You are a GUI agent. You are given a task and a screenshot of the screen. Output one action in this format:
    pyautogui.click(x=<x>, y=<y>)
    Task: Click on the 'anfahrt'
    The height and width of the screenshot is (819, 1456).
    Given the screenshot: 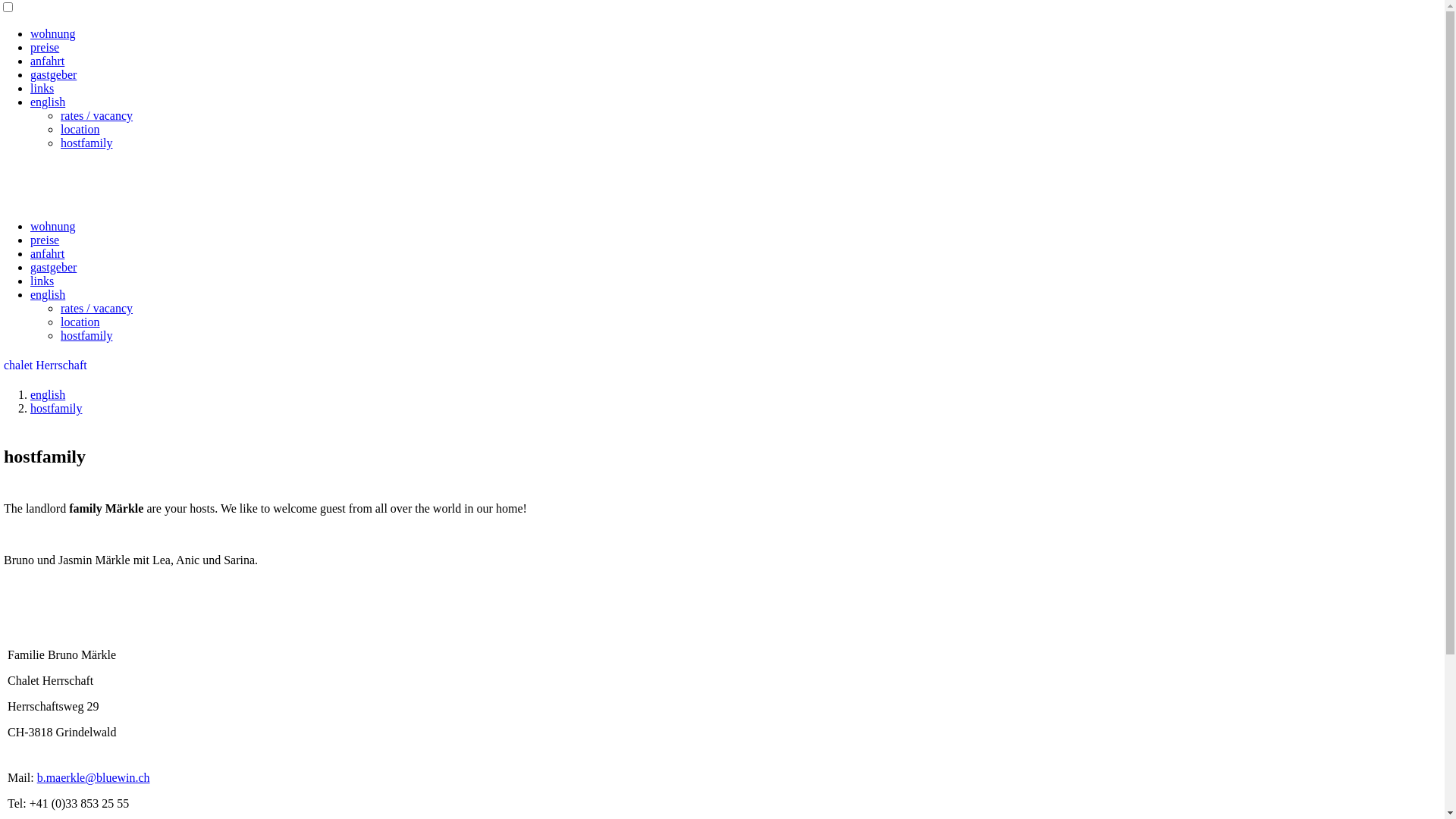 What is the action you would take?
    pyautogui.click(x=47, y=60)
    